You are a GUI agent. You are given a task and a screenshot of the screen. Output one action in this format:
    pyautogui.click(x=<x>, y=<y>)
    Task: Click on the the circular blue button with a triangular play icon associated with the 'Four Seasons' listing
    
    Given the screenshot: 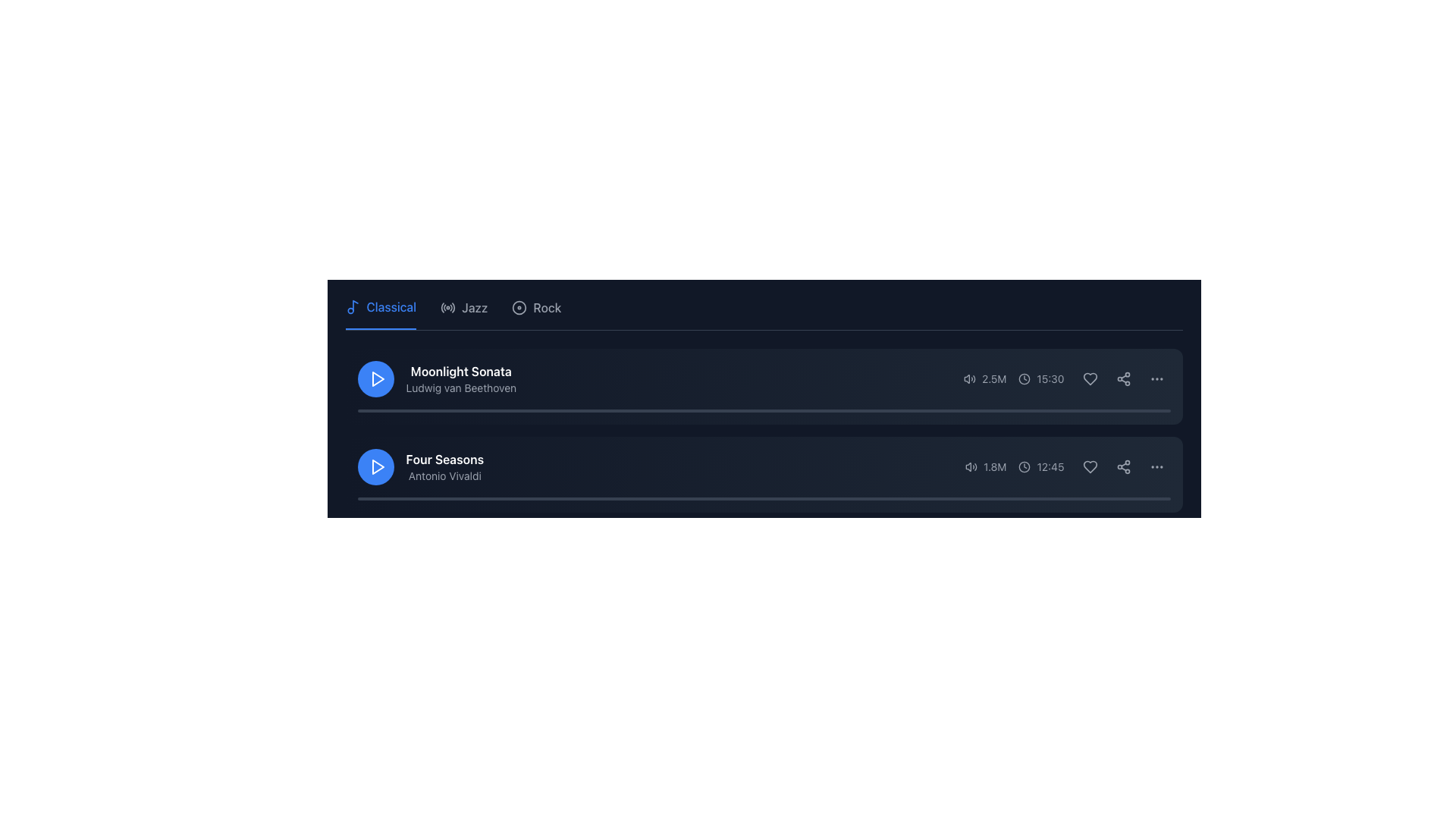 What is the action you would take?
    pyautogui.click(x=375, y=466)
    